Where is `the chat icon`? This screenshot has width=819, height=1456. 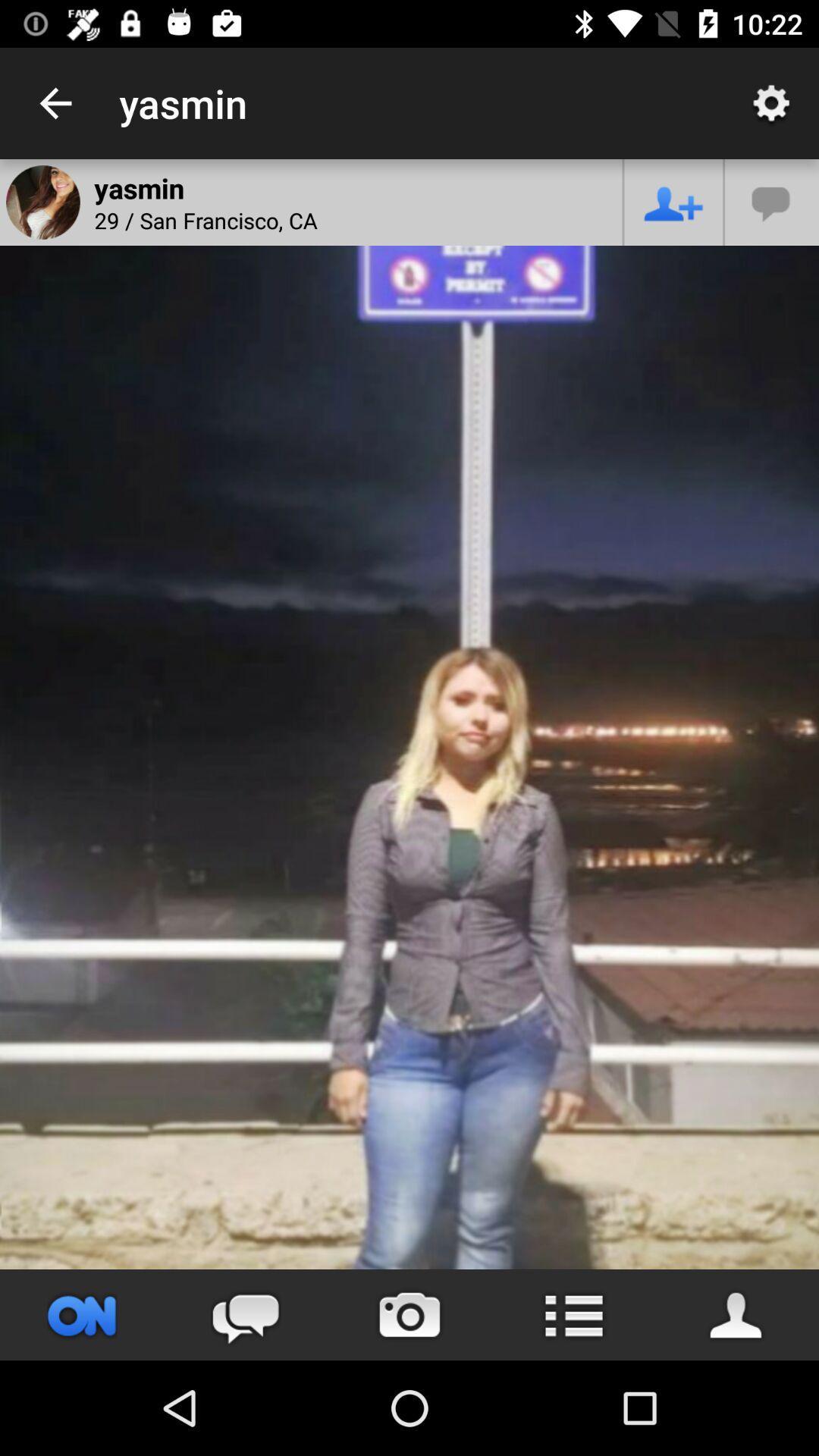 the chat icon is located at coordinates (245, 1314).